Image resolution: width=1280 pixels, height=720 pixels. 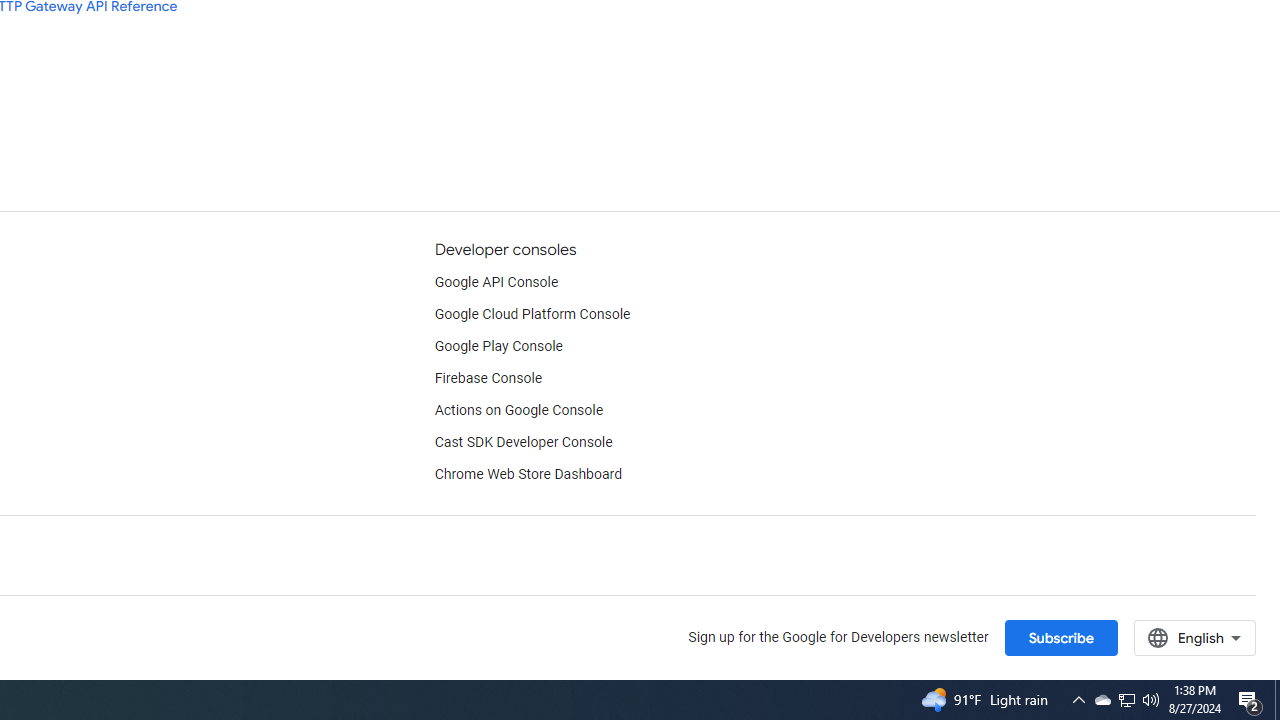 What do you see at coordinates (519, 410) in the screenshot?
I see `'Actions on Google Console'` at bounding box center [519, 410].